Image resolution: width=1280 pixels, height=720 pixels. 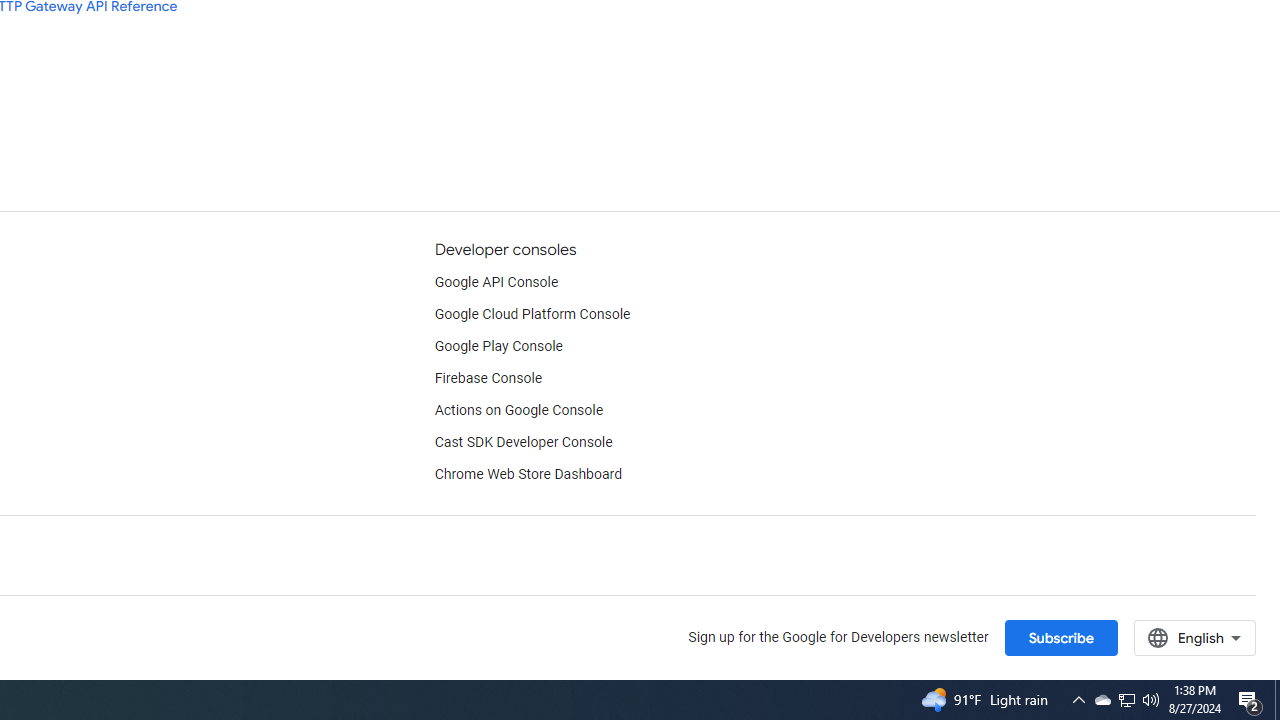 What do you see at coordinates (519, 410) in the screenshot?
I see `'Actions on Google Console'` at bounding box center [519, 410].